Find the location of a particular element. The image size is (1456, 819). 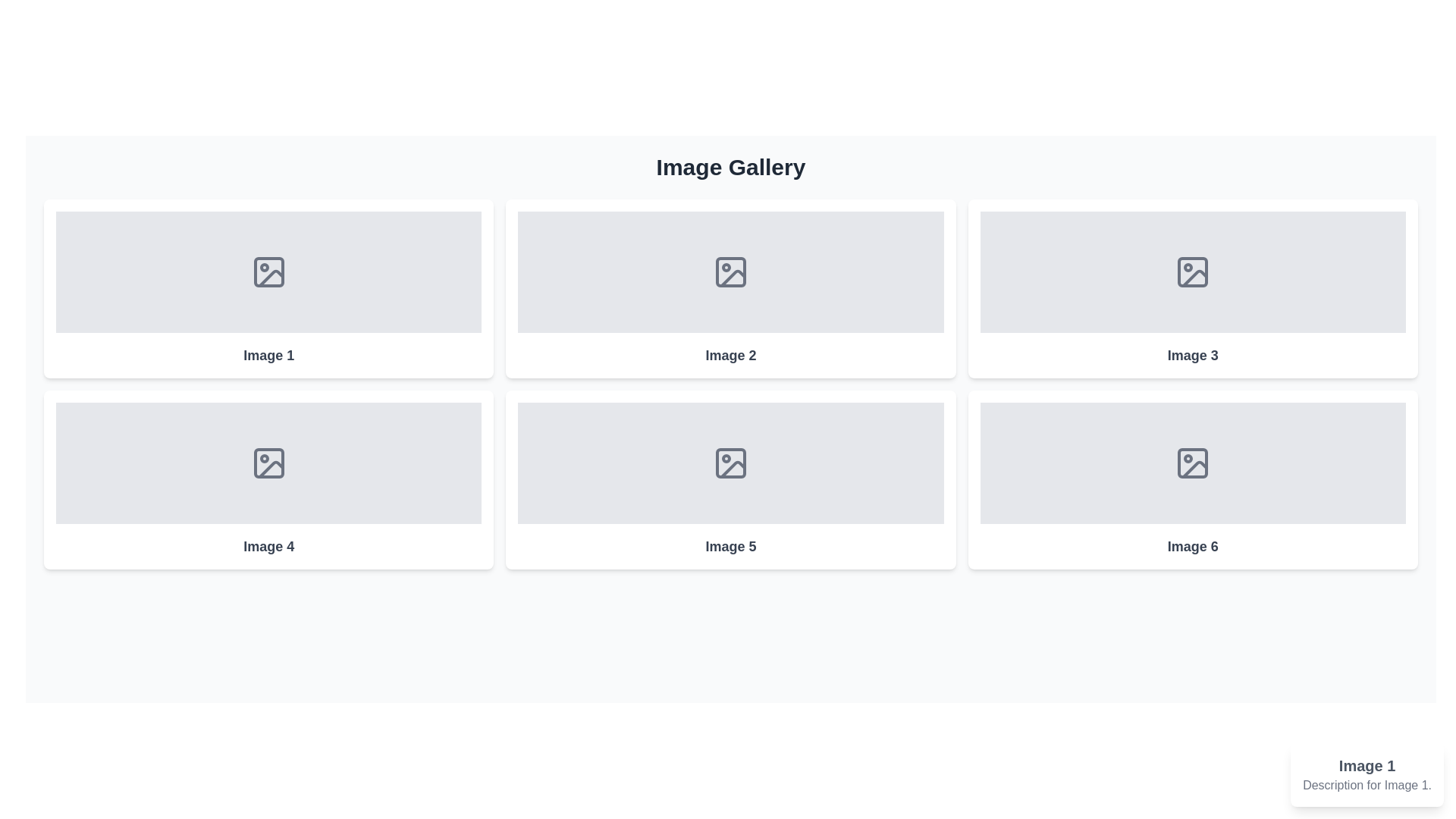

text label displaying 'Image 6' located in the sixth tile of the grid, centered below the image placeholder icon is located at coordinates (1192, 547).